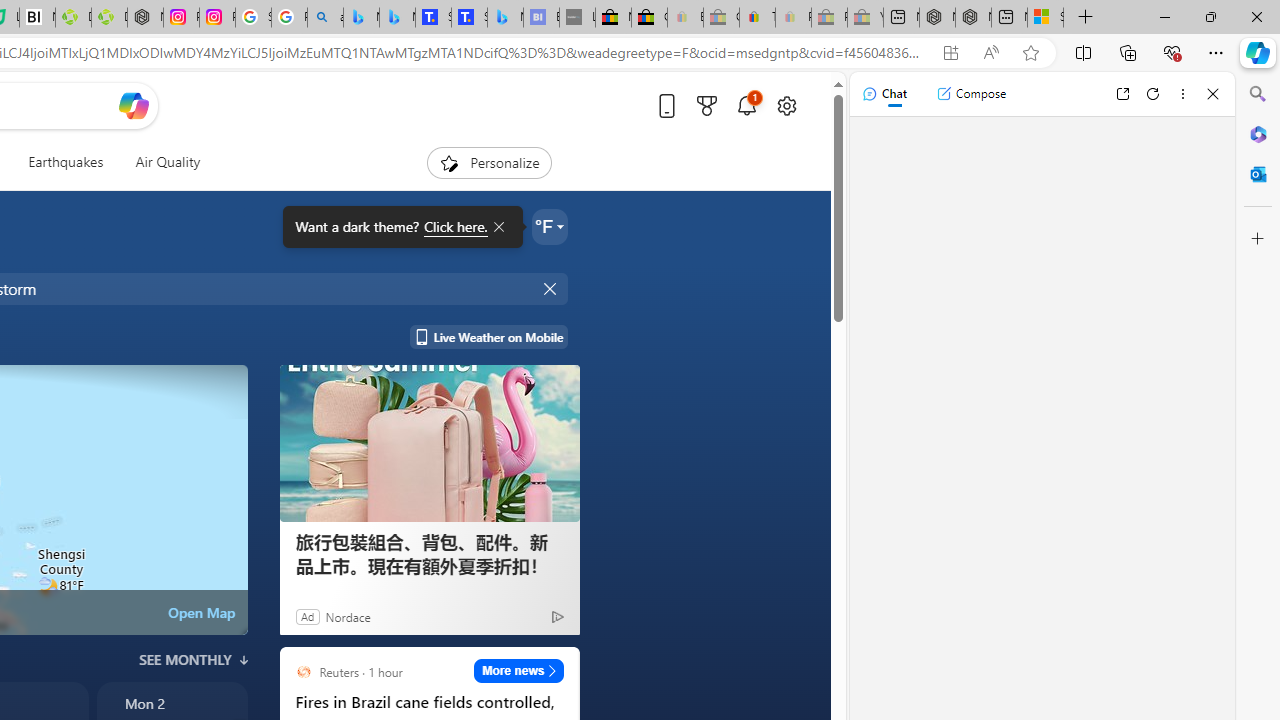 The width and height of the screenshot is (1280, 720). I want to click on 'Notifications', so click(745, 105).